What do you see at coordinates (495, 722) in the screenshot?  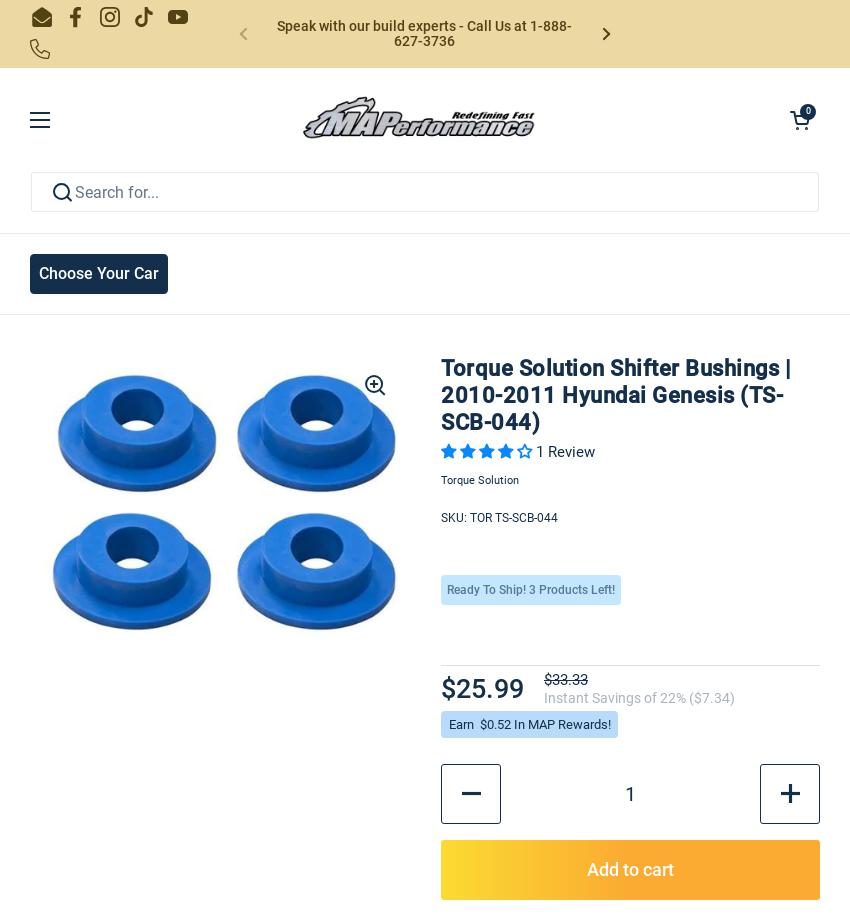 I see `'$0.52'` at bounding box center [495, 722].